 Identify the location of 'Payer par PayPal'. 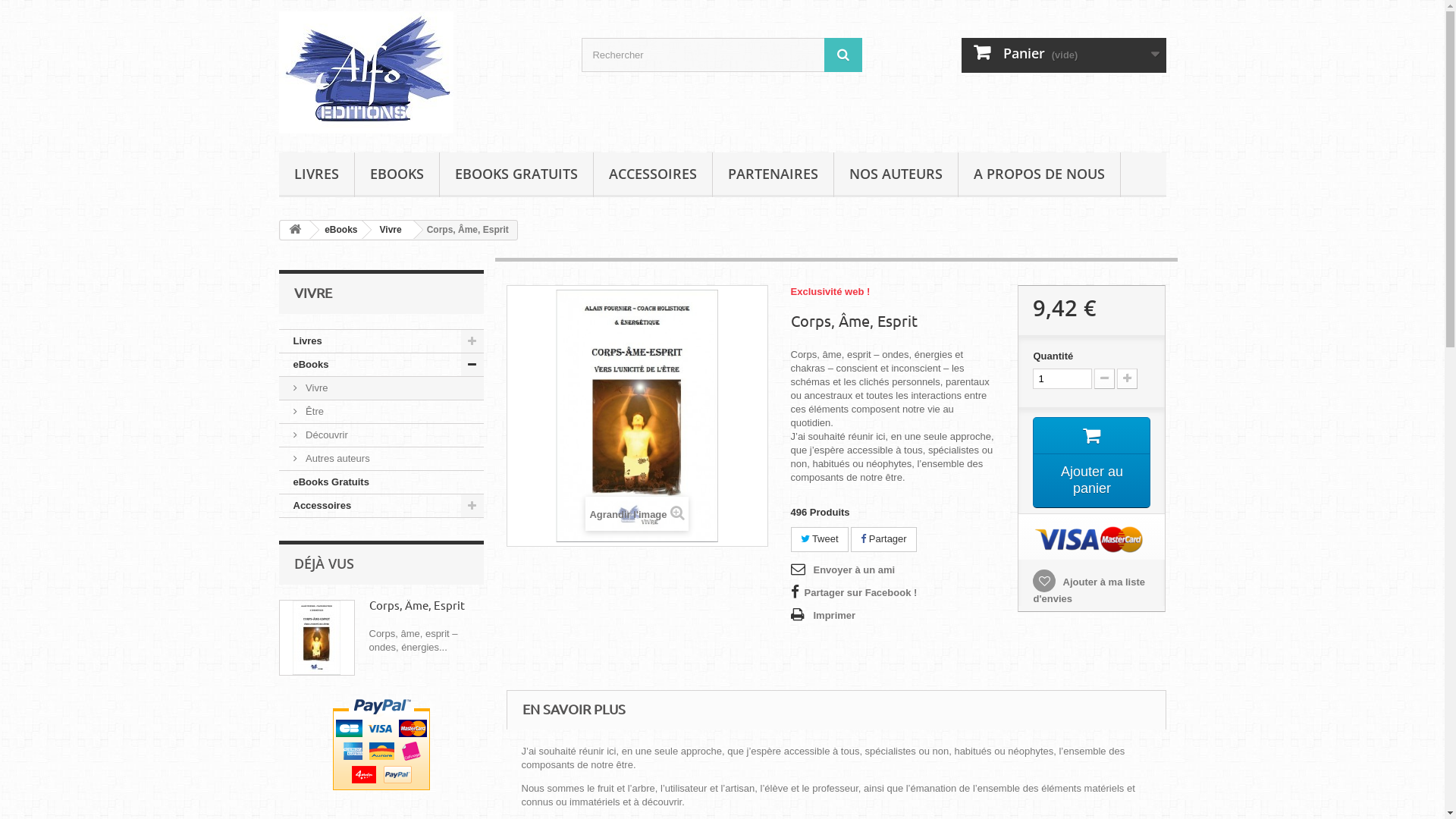
(331, 743).